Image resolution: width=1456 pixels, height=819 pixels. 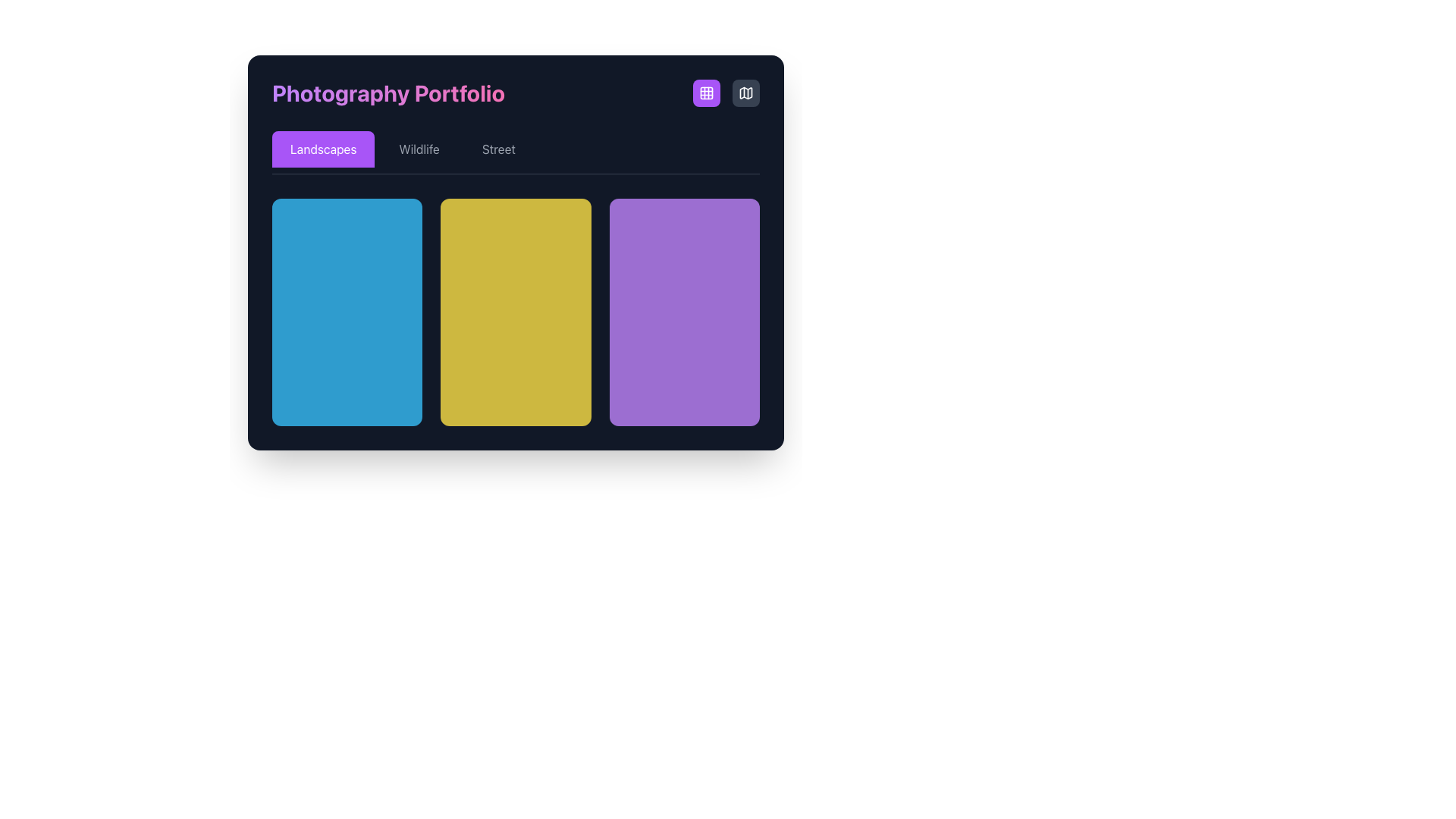 What do you see at coordinates (705, 93) in the screenshot?
I see `the small rectangular shape with rounded corners that is centrally located within the grid icon at the top-right corner of the interface` at bounding box center [705, 93].